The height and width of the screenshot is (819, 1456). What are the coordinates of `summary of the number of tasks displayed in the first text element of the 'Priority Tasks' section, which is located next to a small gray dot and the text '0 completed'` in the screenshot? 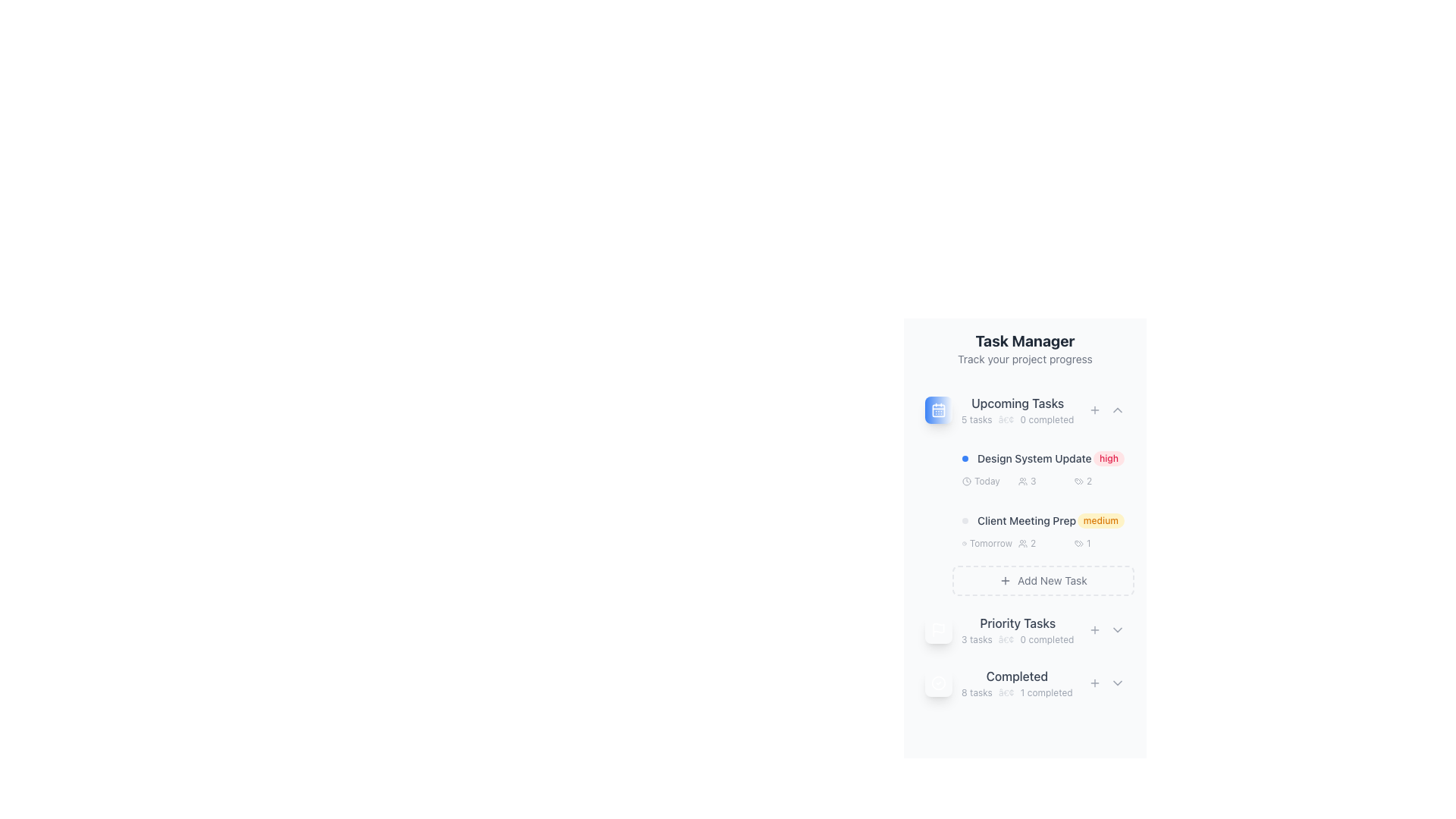 It's located at (977, 640).